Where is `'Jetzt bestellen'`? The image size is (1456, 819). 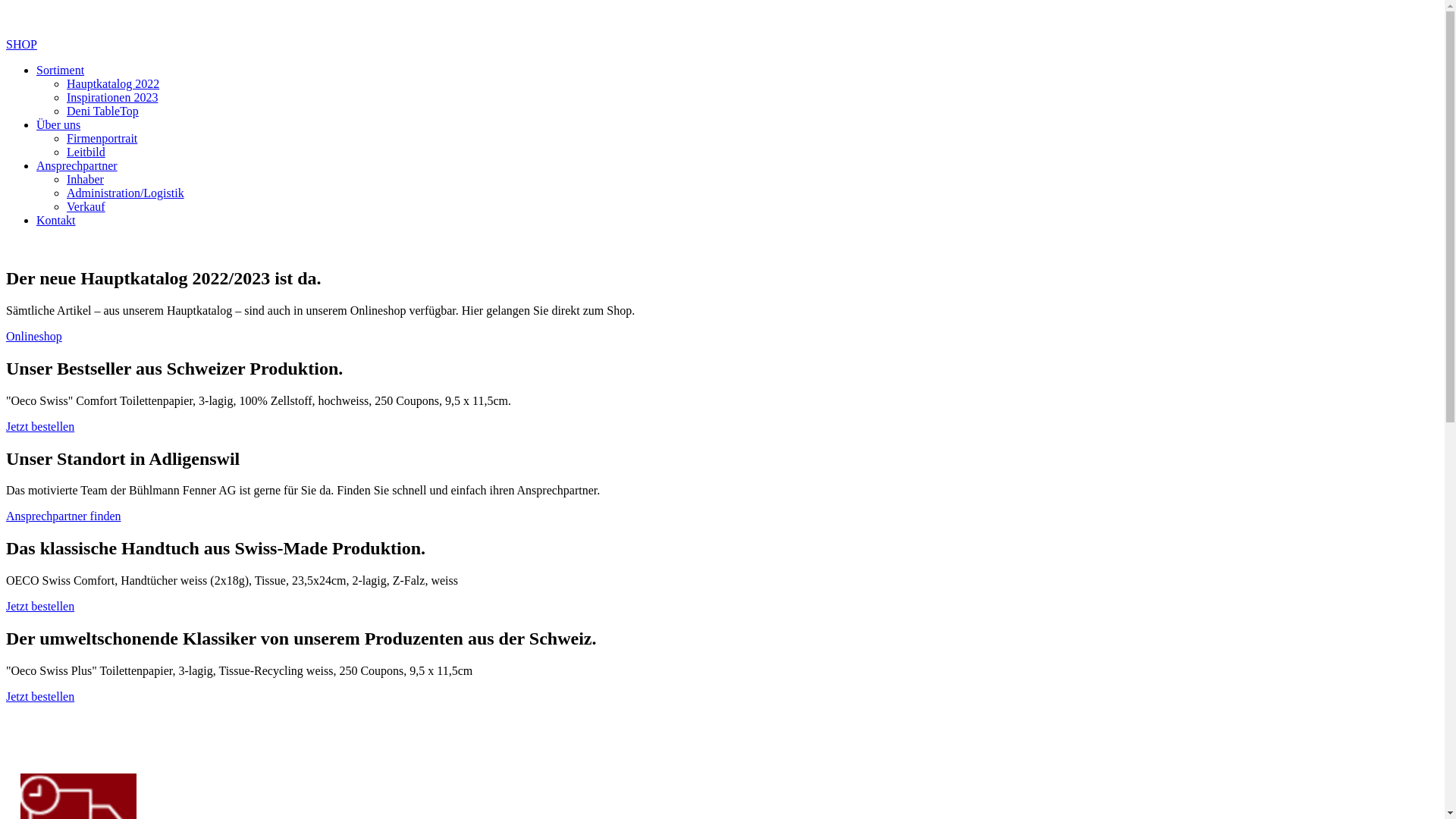 'Jetzt bestellen' is located at coordinates (39, 696).